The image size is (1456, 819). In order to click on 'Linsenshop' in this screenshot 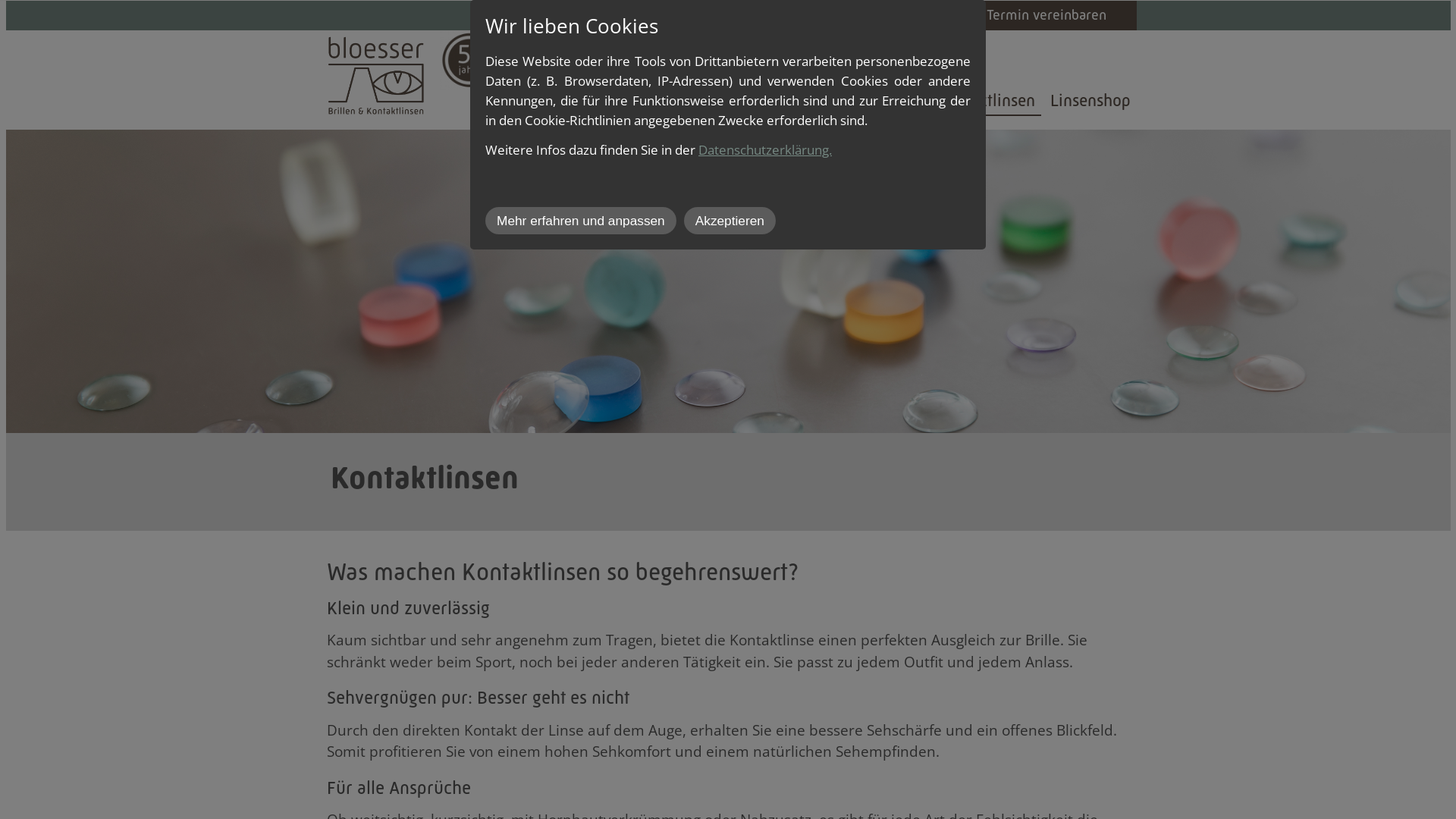, I will do `click(1043, 99)`.